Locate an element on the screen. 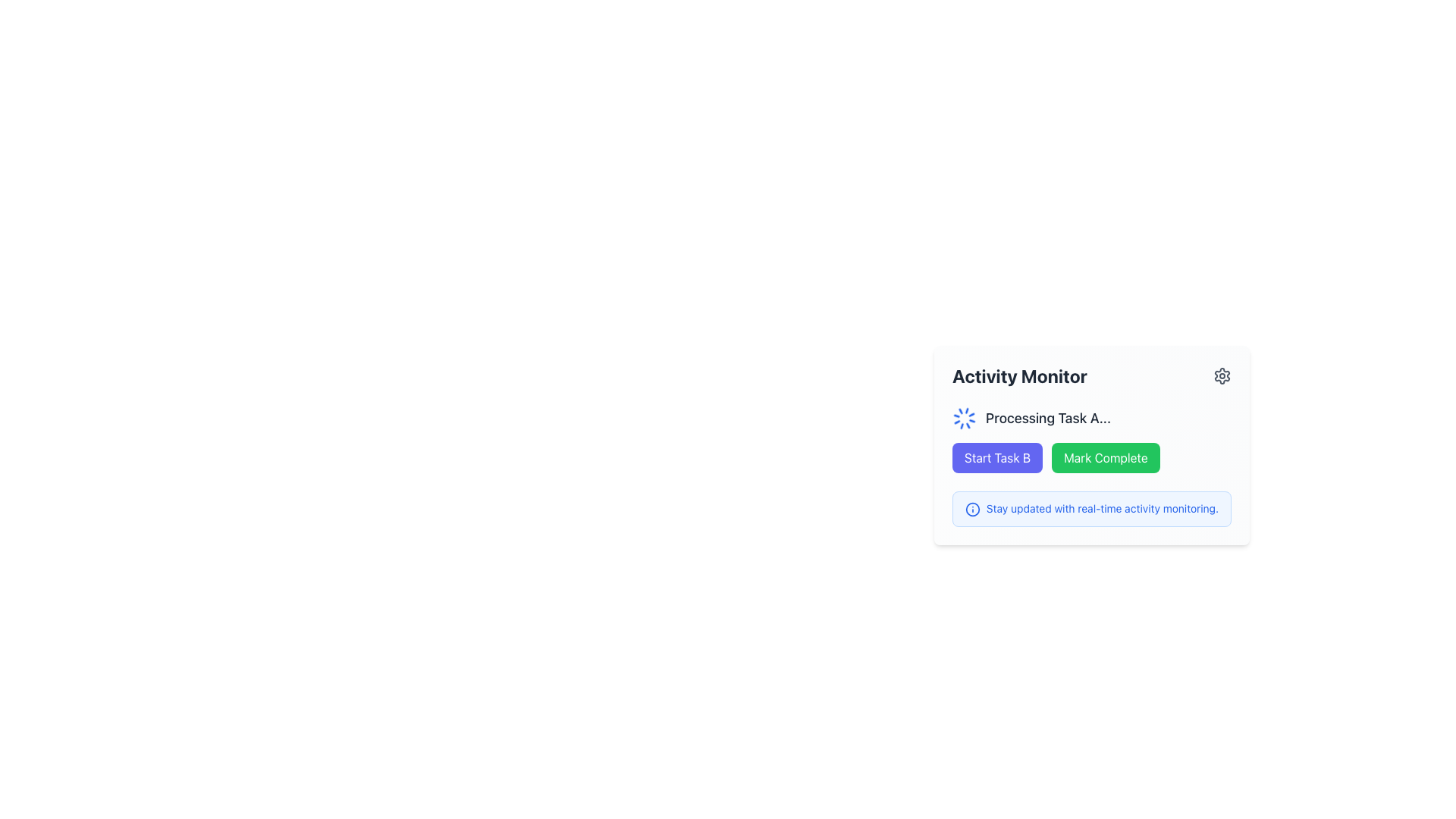 The width and height of the screenshot is (1456, 819). the settings icon located in the top-right corner of the 'Activity Monitor' section is located at coordinates (1222, 375).